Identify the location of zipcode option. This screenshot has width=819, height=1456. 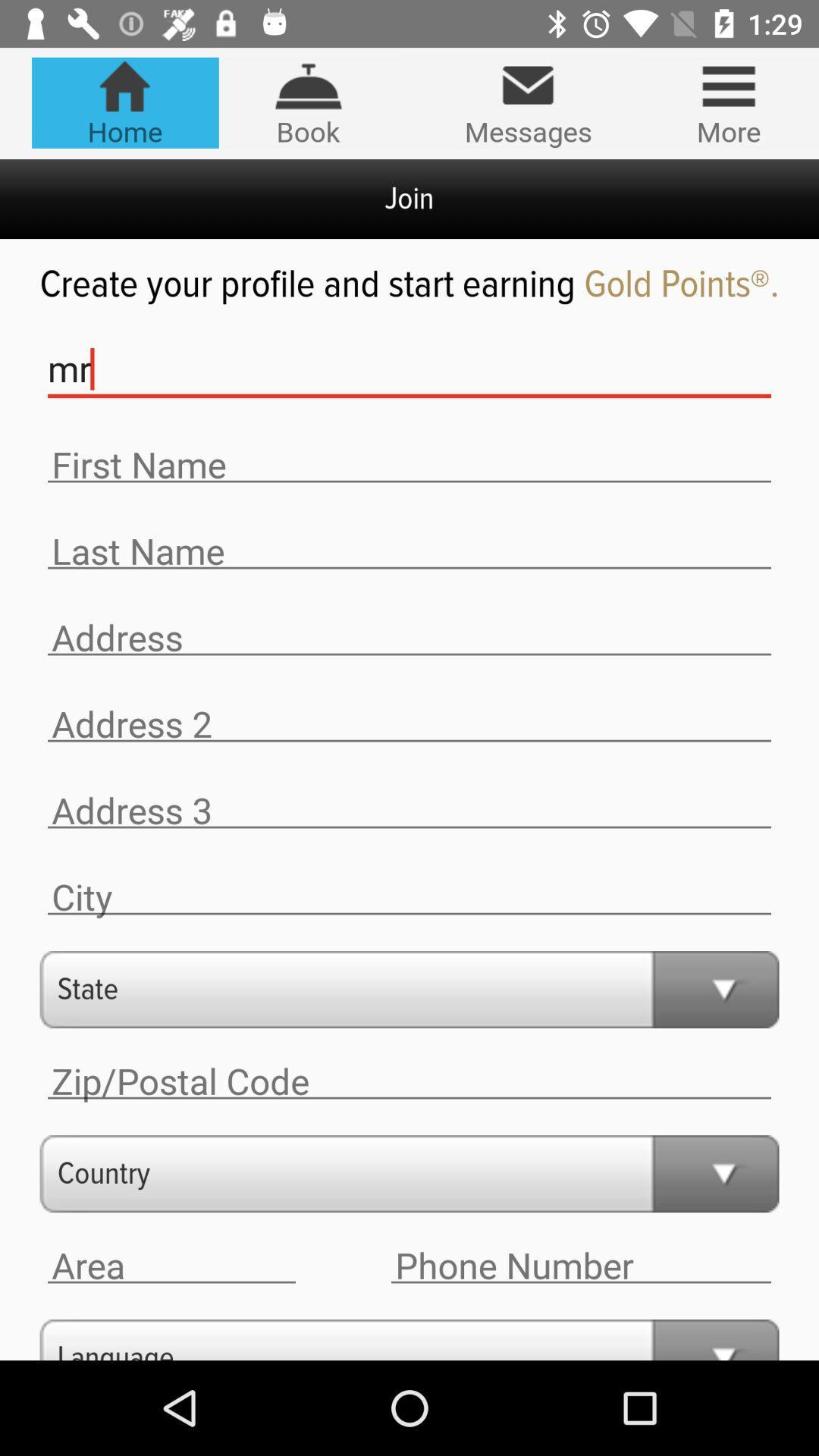
(409, 1081).